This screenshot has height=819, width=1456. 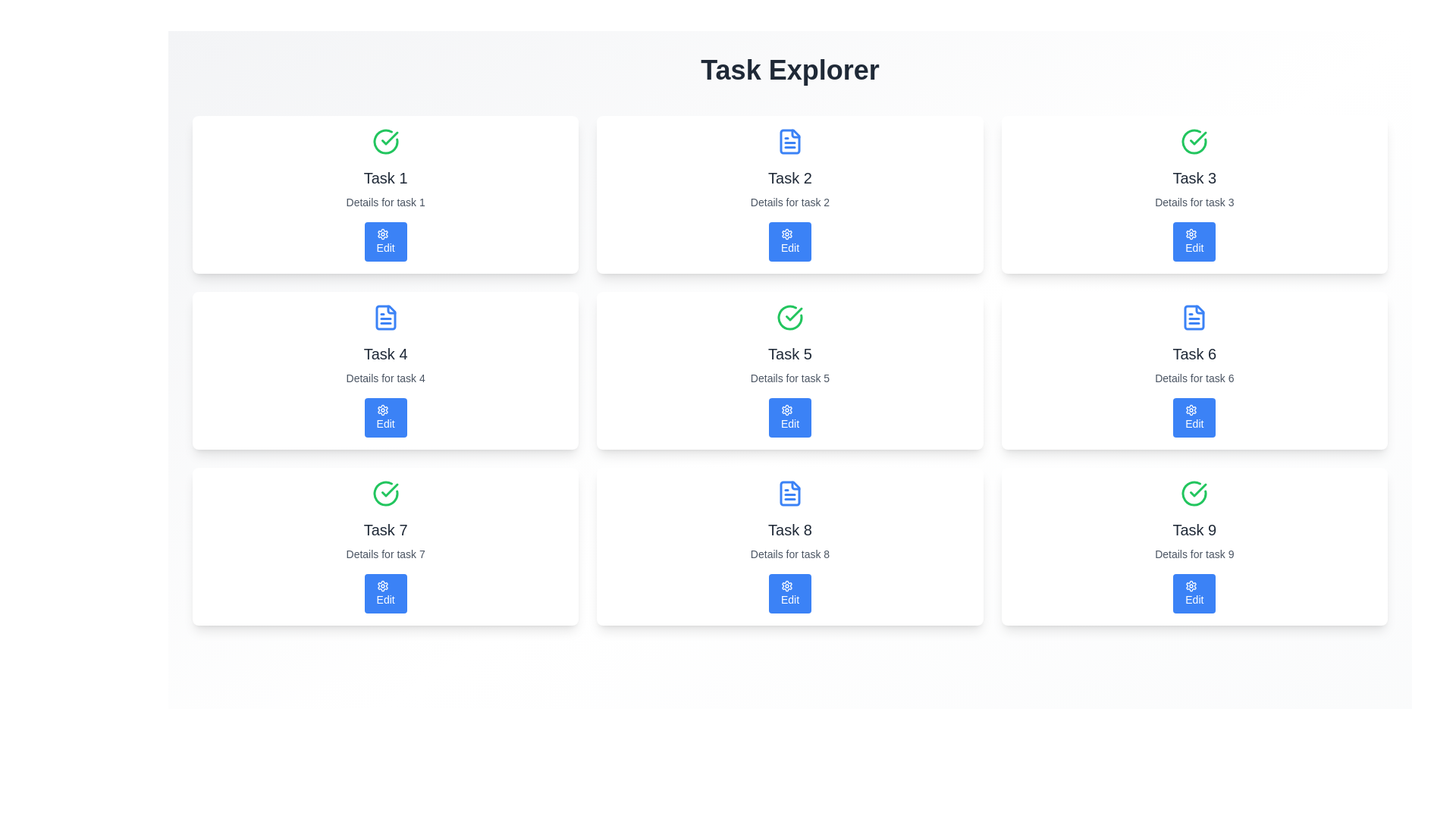 I want to click on the settings icon represented as a cogwheel, located below the 'Edit' button for 'Task 4', so click(x=382, y=409).